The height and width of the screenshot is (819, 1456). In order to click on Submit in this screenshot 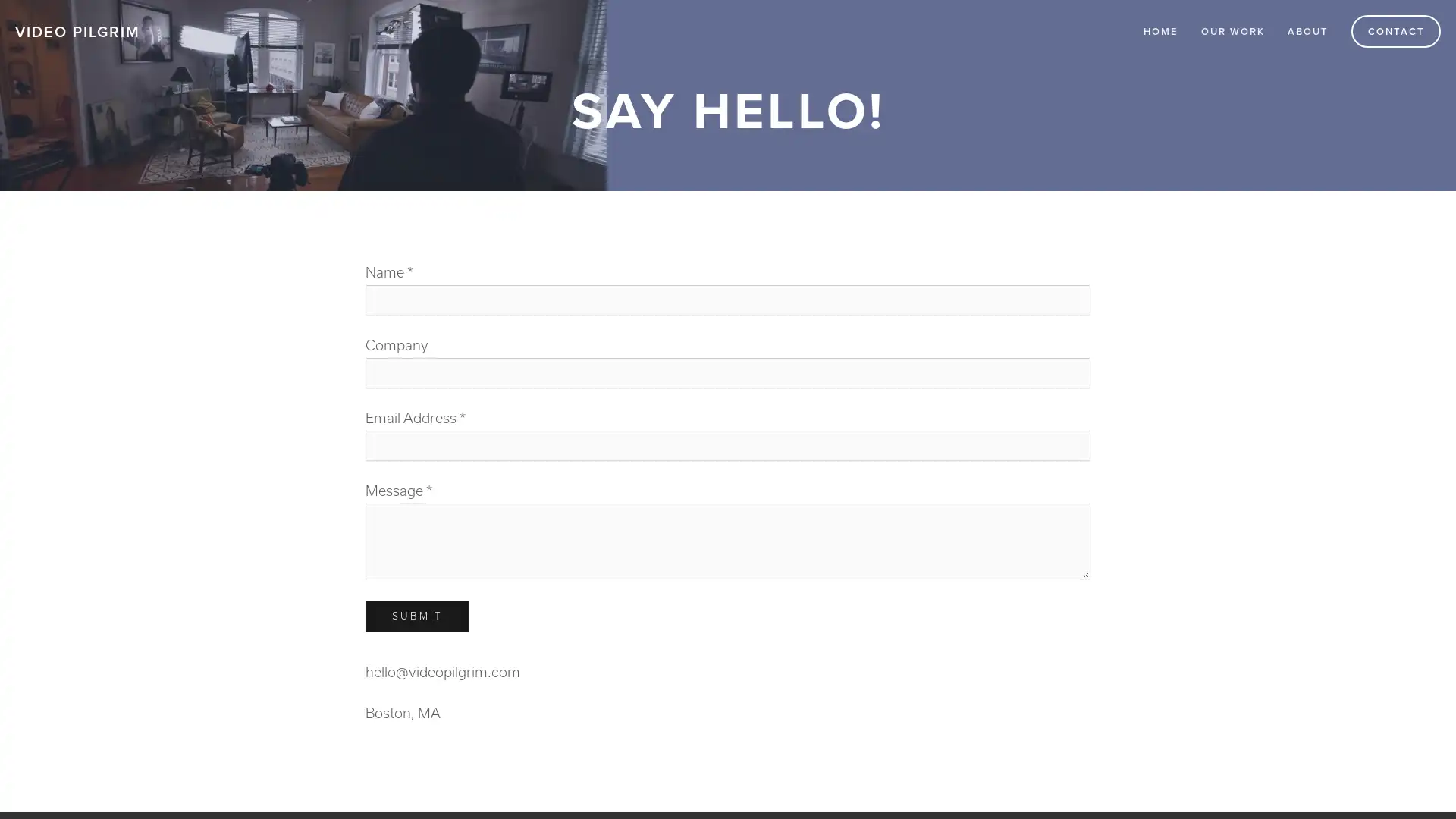, I will do `click(417, 617)`.